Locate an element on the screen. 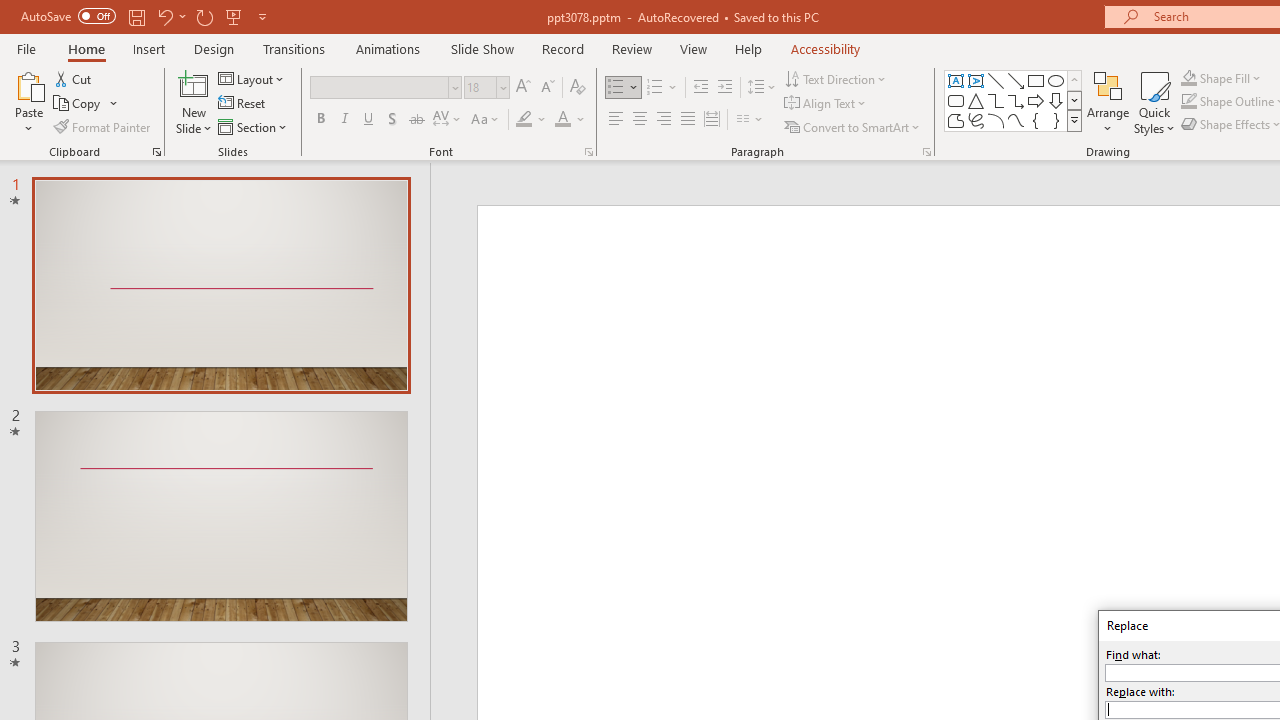  'Isosceles Triangle' is located at coordinates (976, 100).